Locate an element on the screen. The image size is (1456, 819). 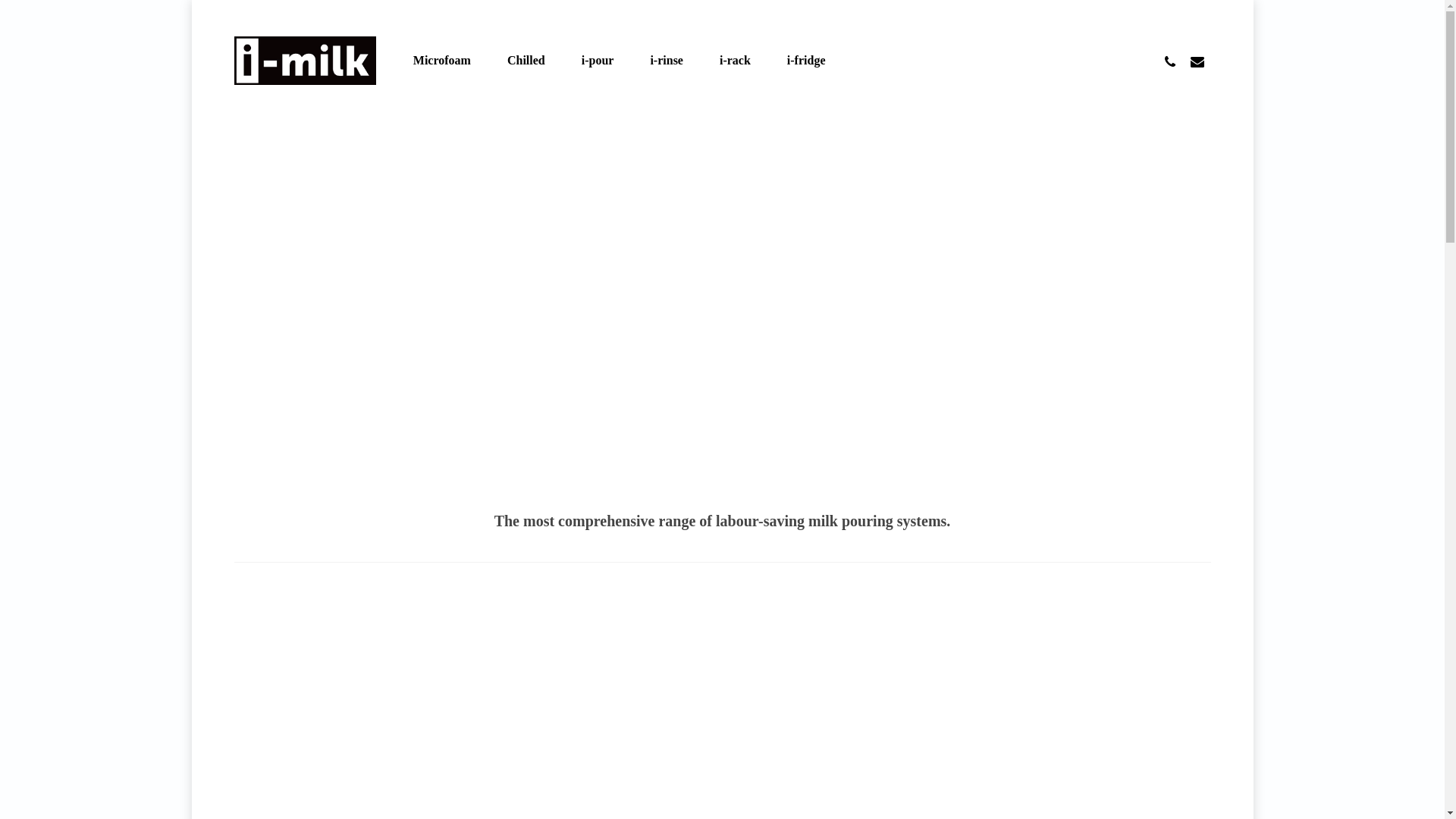
'SEE PHOTO GALLERY' is located at coordinates (818, 717).